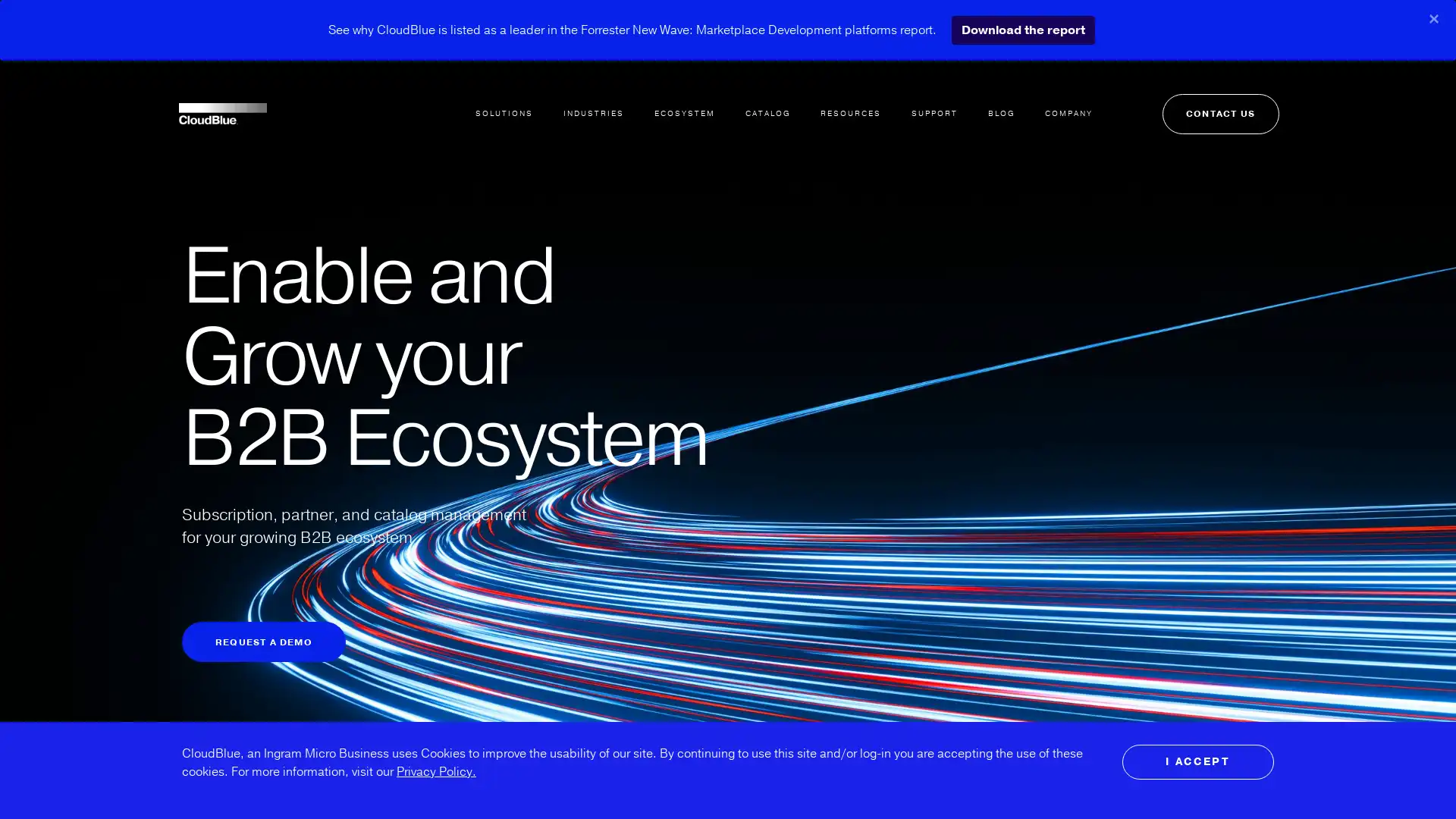 This screenshot has height=819, width=1456. I want to click on Close, so click(1433, 18).